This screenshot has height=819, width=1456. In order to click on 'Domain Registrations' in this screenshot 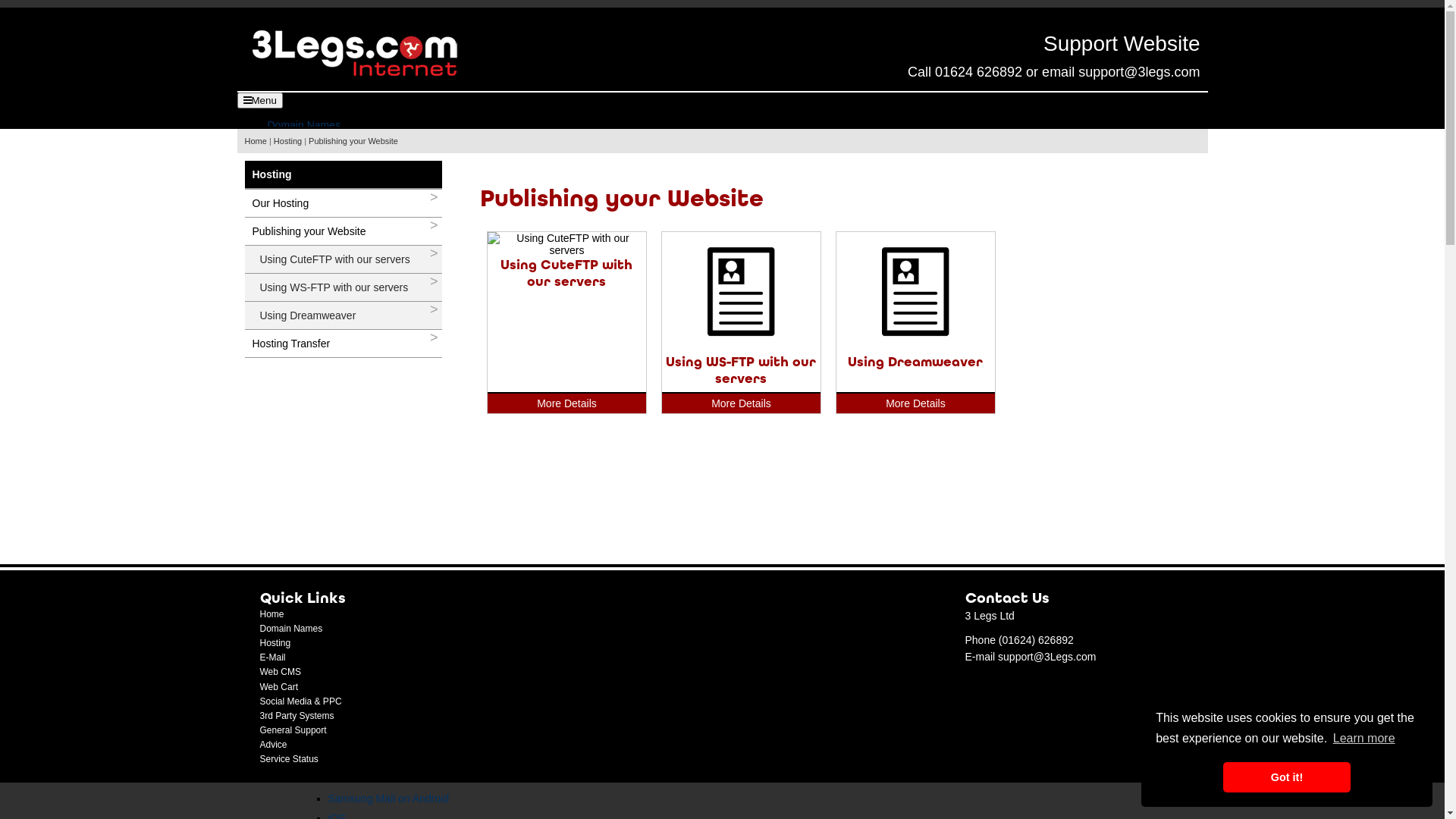, I will do `click(347, 137)`.